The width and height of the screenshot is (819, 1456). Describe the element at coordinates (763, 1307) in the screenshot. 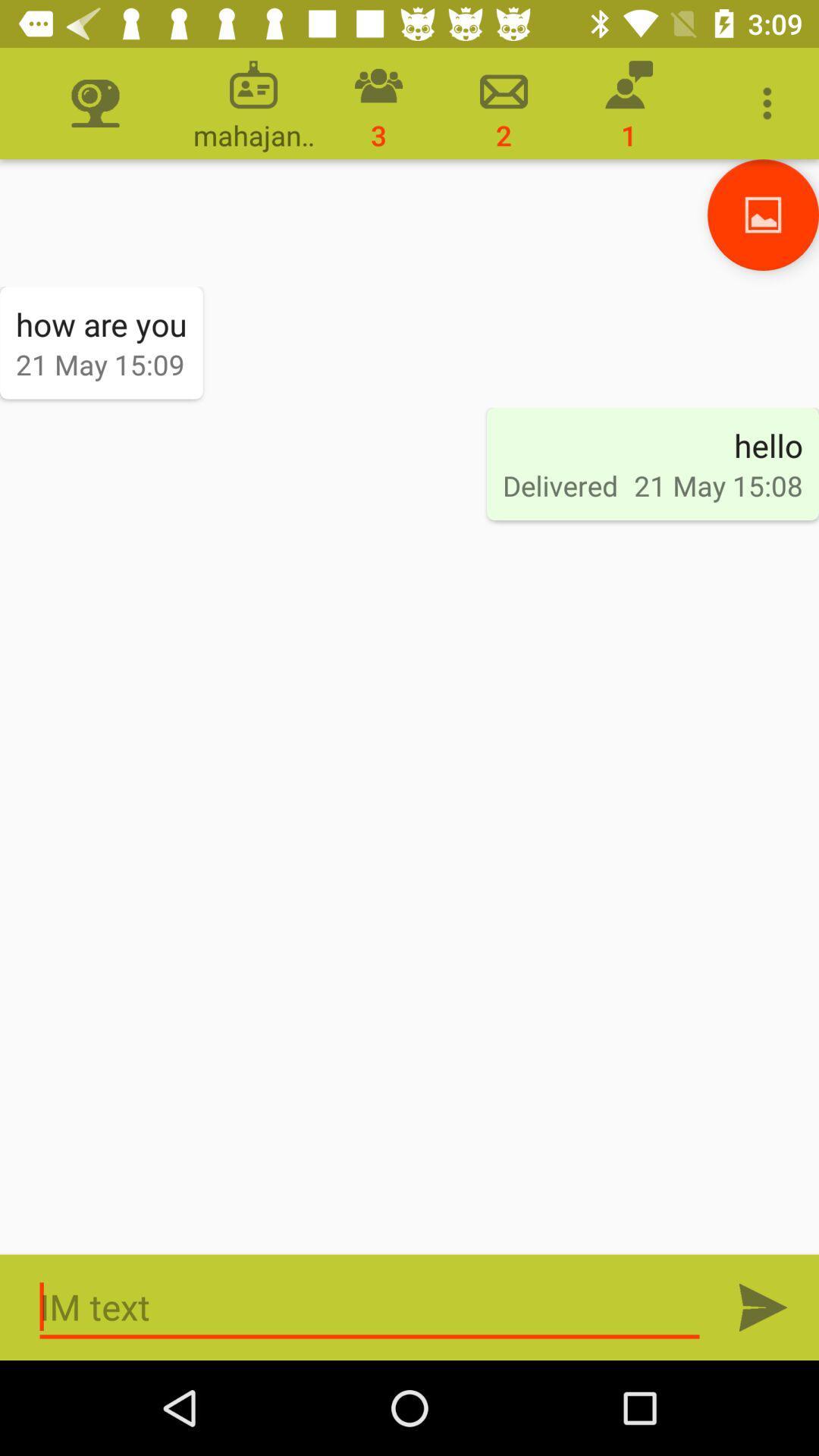

I see `the send icon` at that location.